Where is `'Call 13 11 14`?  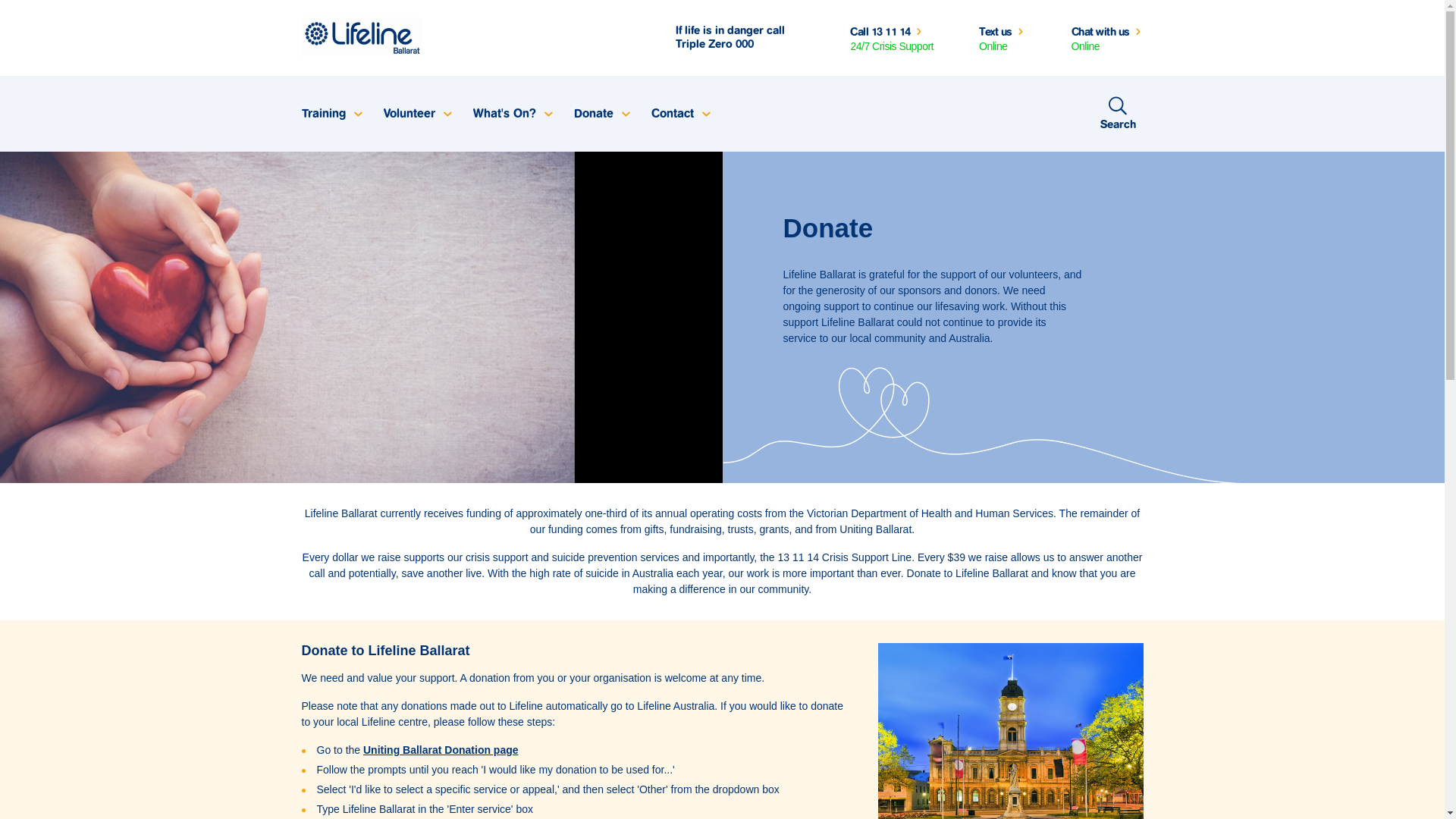 'Call 13 11 14 is located at coordinates (850, 37).